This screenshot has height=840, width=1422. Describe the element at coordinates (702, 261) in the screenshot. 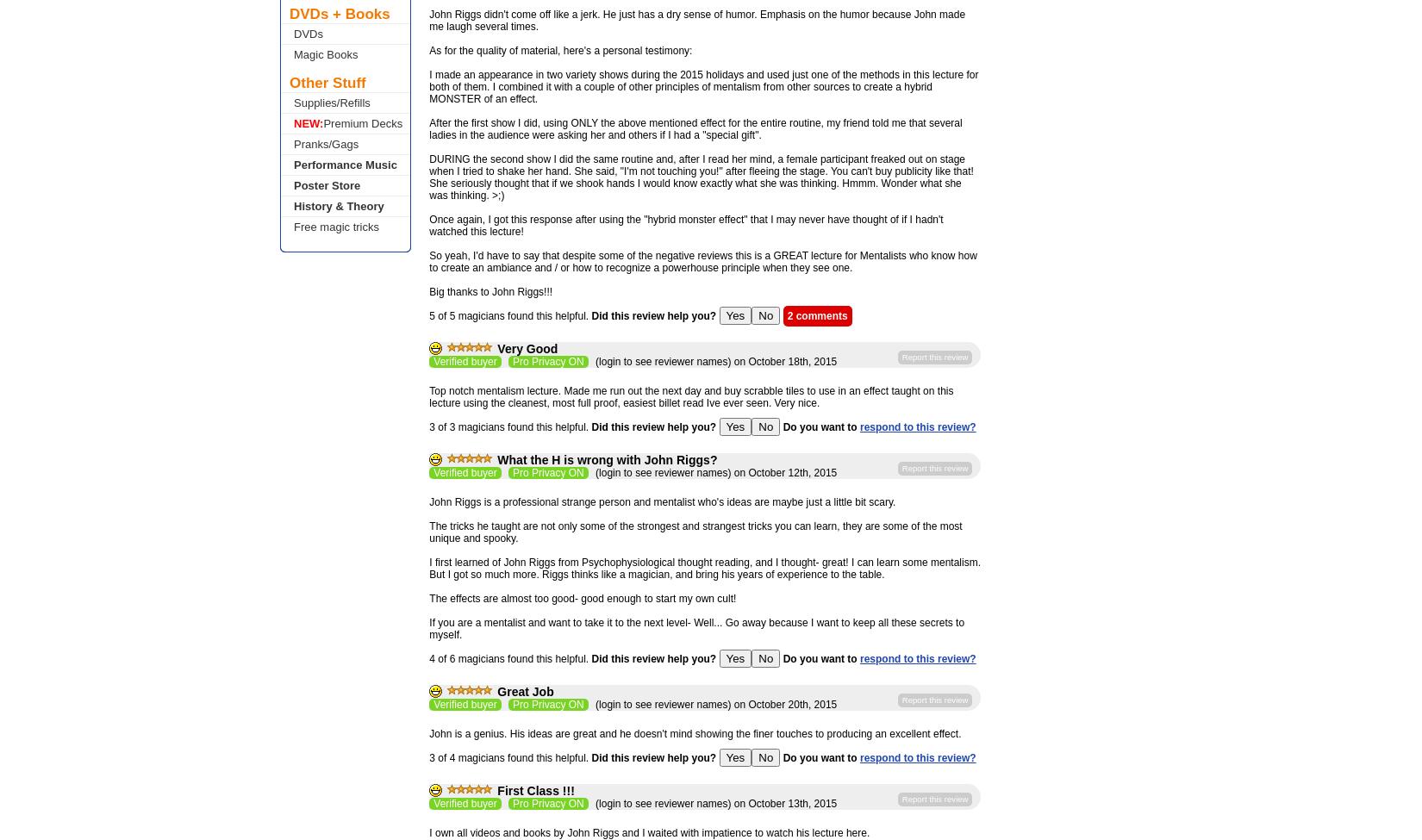

I see `'So yeah, I'd have to say that despite some of the negative
reviews this is a GREAT lecture for Mentalists who know how to create an ambiance and / or how to
recognize a powerhouse principle when they see one.'` at that location.